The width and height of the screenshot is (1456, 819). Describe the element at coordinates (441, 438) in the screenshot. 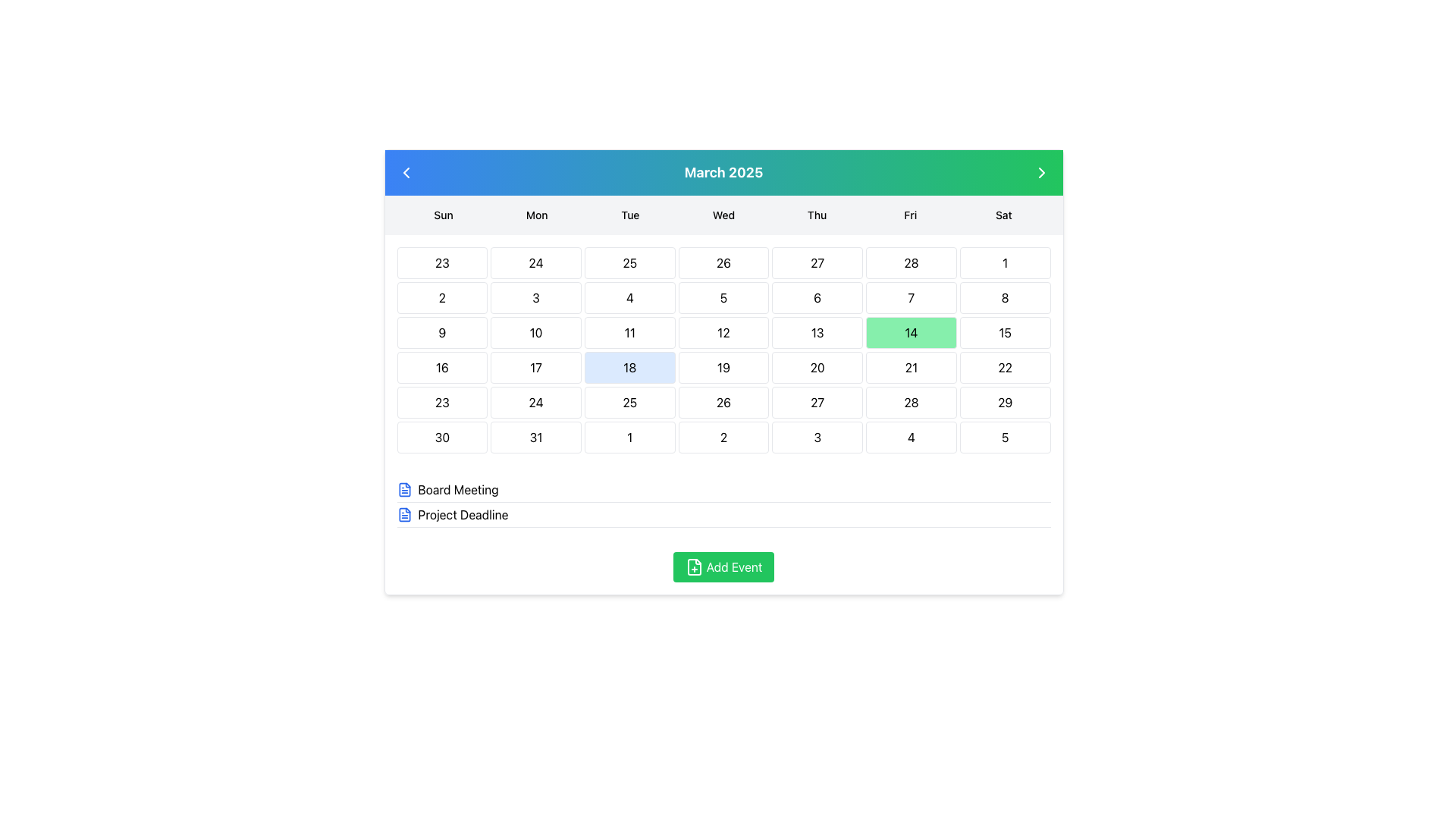

I see `the calendar day item representing March 30th` at that location.